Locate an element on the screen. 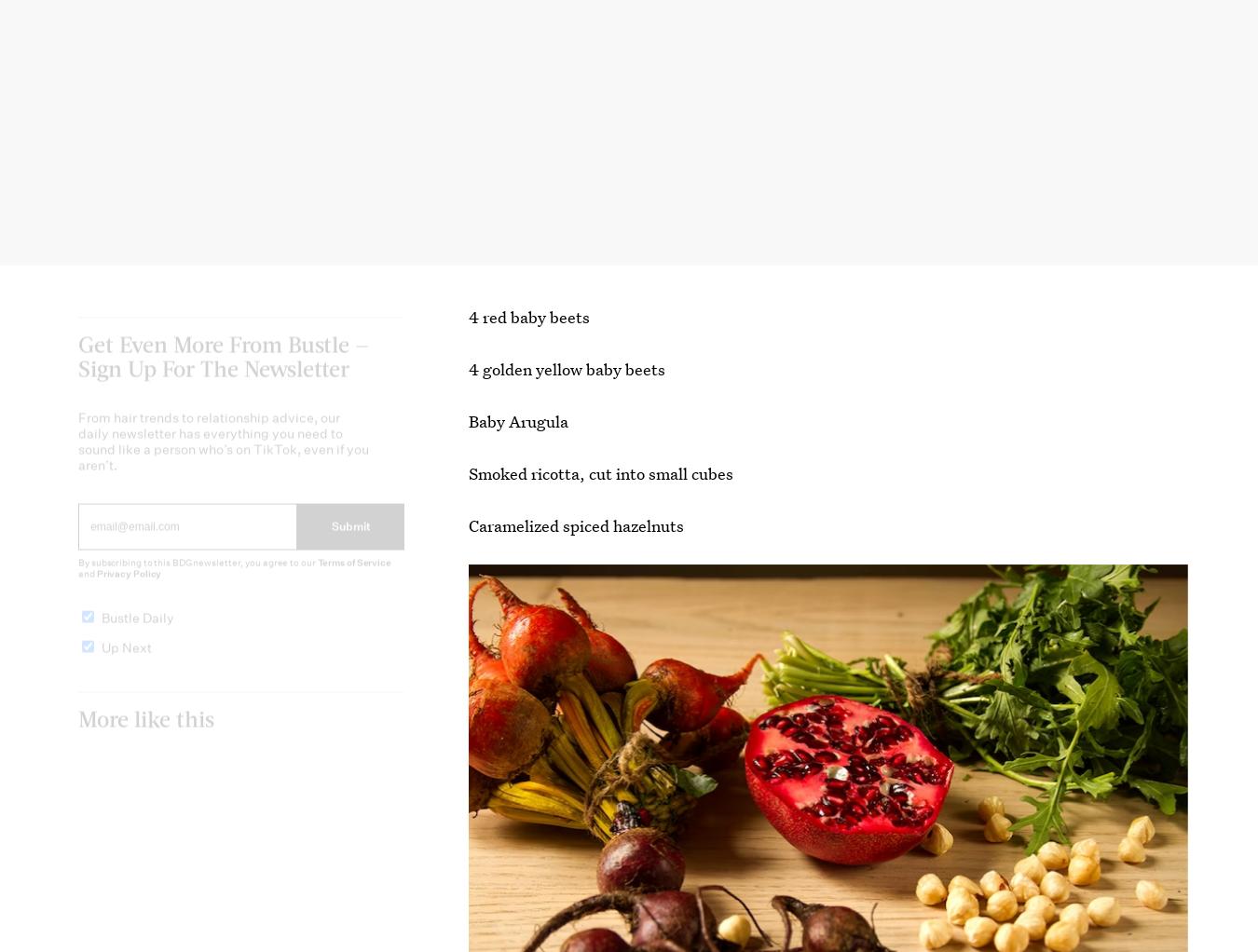 Image resolution: width=1258 pixels, height=952 pixels. 'Baby Arugula' is located at coordinates (468, 420).